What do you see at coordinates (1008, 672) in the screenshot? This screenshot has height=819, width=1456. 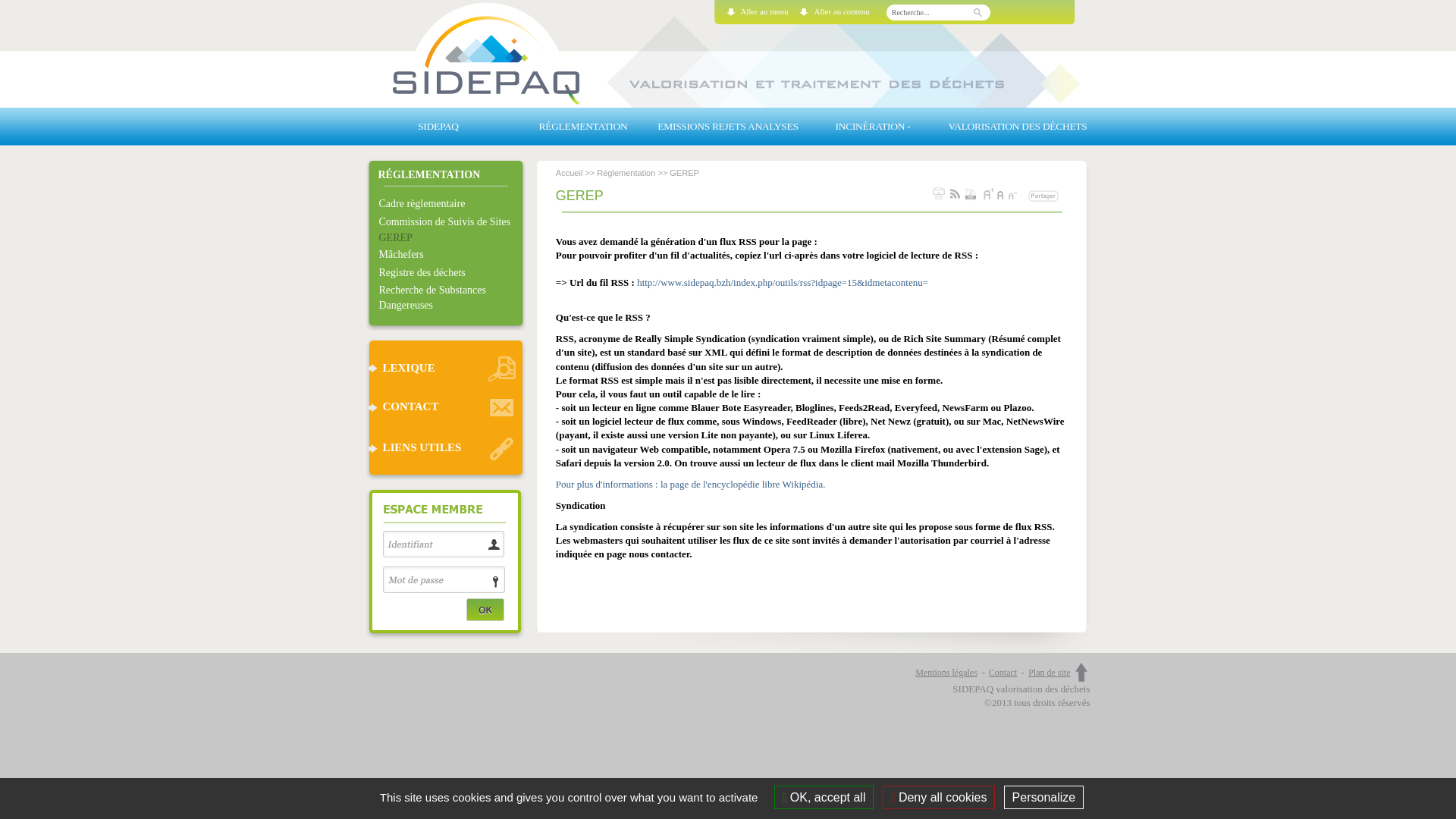 I see `'Contact'` at bounding box center [1008, 672].